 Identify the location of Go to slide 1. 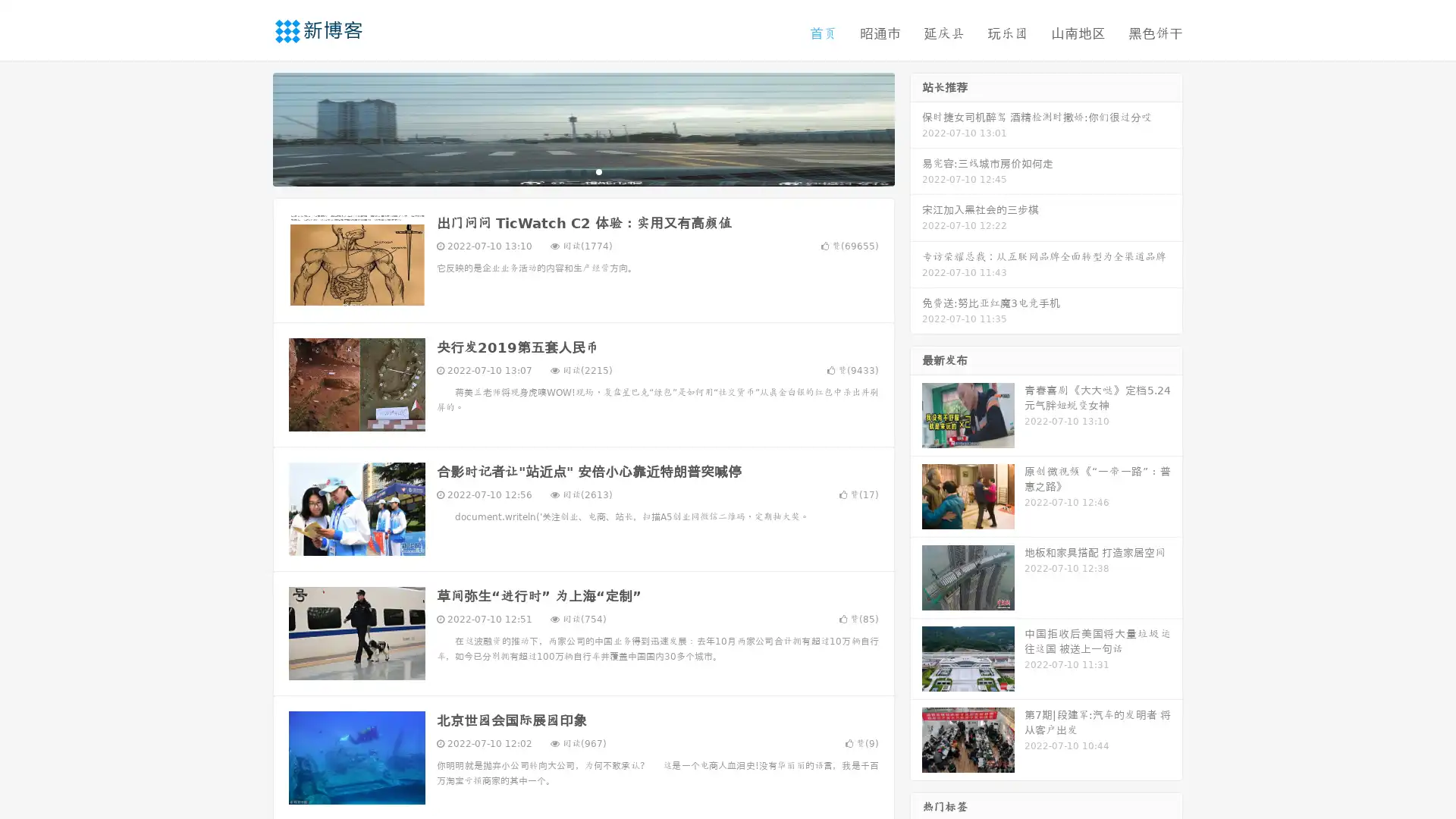
(567, 171).